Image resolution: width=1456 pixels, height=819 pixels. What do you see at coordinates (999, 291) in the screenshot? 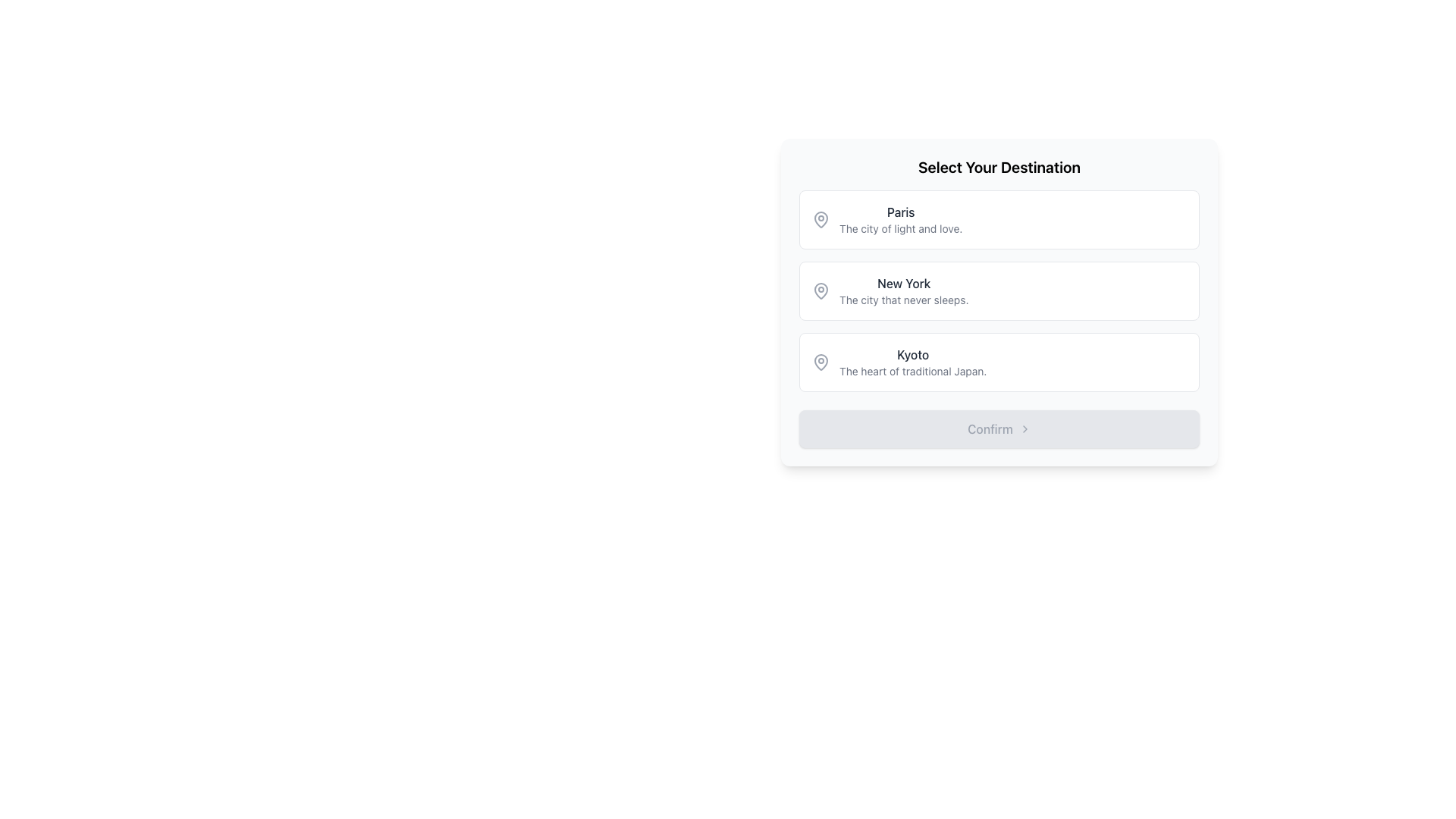
I see `the selectable card for 'New York', which is the second card in the vertical list of options` at bounding box center [999, 291].